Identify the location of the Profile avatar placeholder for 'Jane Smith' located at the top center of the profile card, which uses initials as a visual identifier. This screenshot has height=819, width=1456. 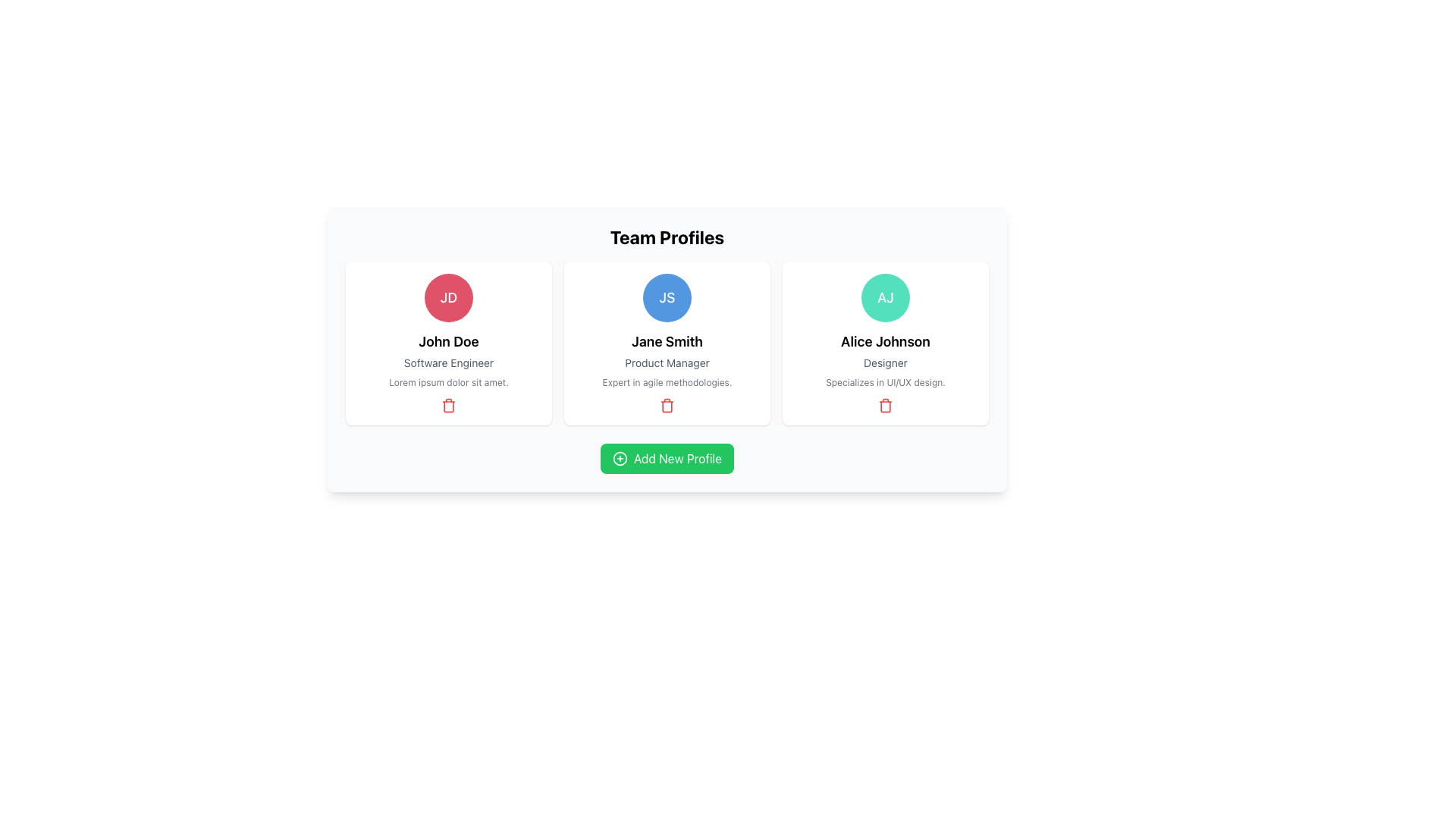
(667, 298).